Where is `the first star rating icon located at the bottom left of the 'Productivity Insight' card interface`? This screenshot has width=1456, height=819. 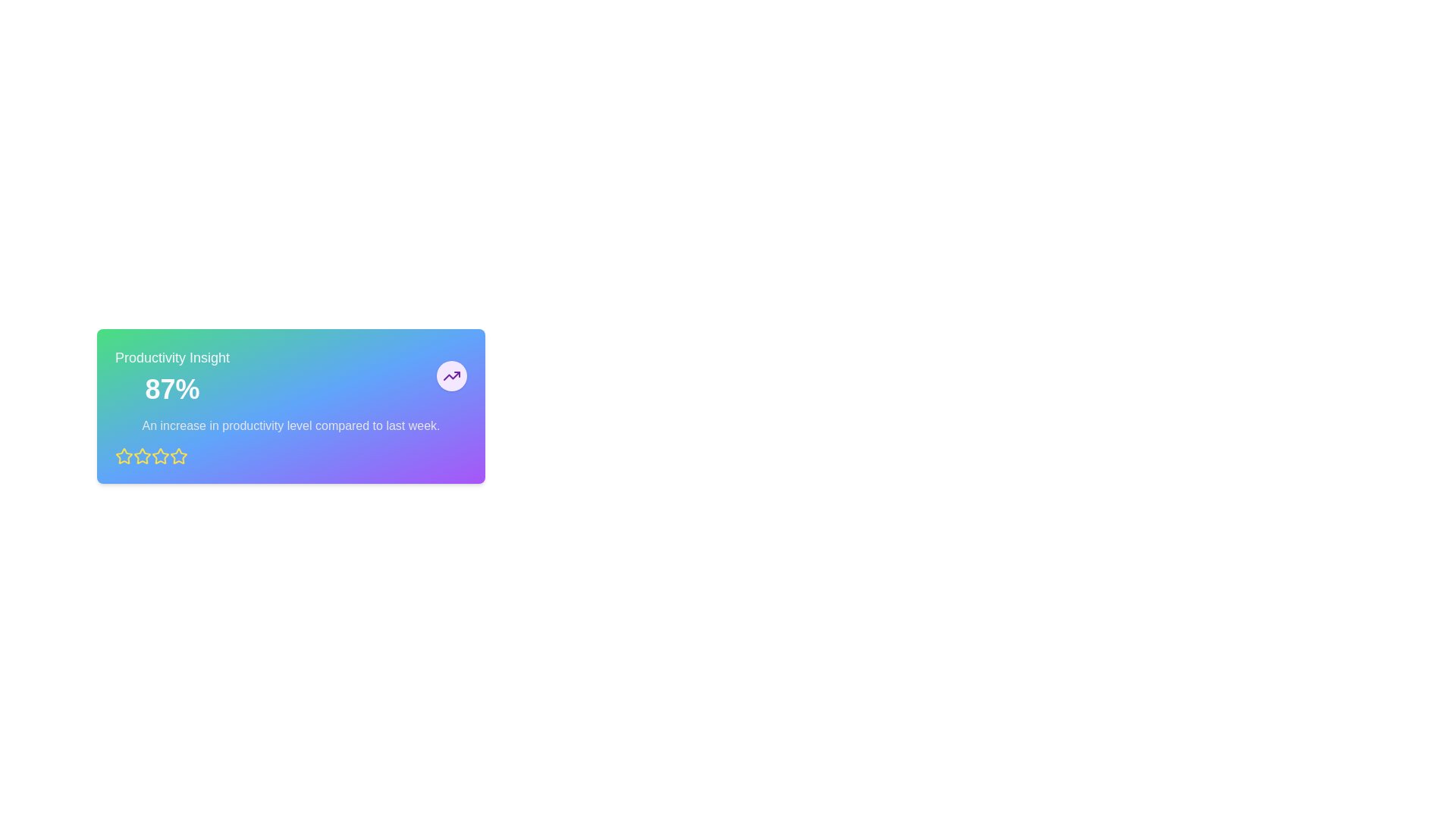
the first star rating icon located at the bottom left of the 'Productivity Insight' card interface is located at coordinates (124, 455).